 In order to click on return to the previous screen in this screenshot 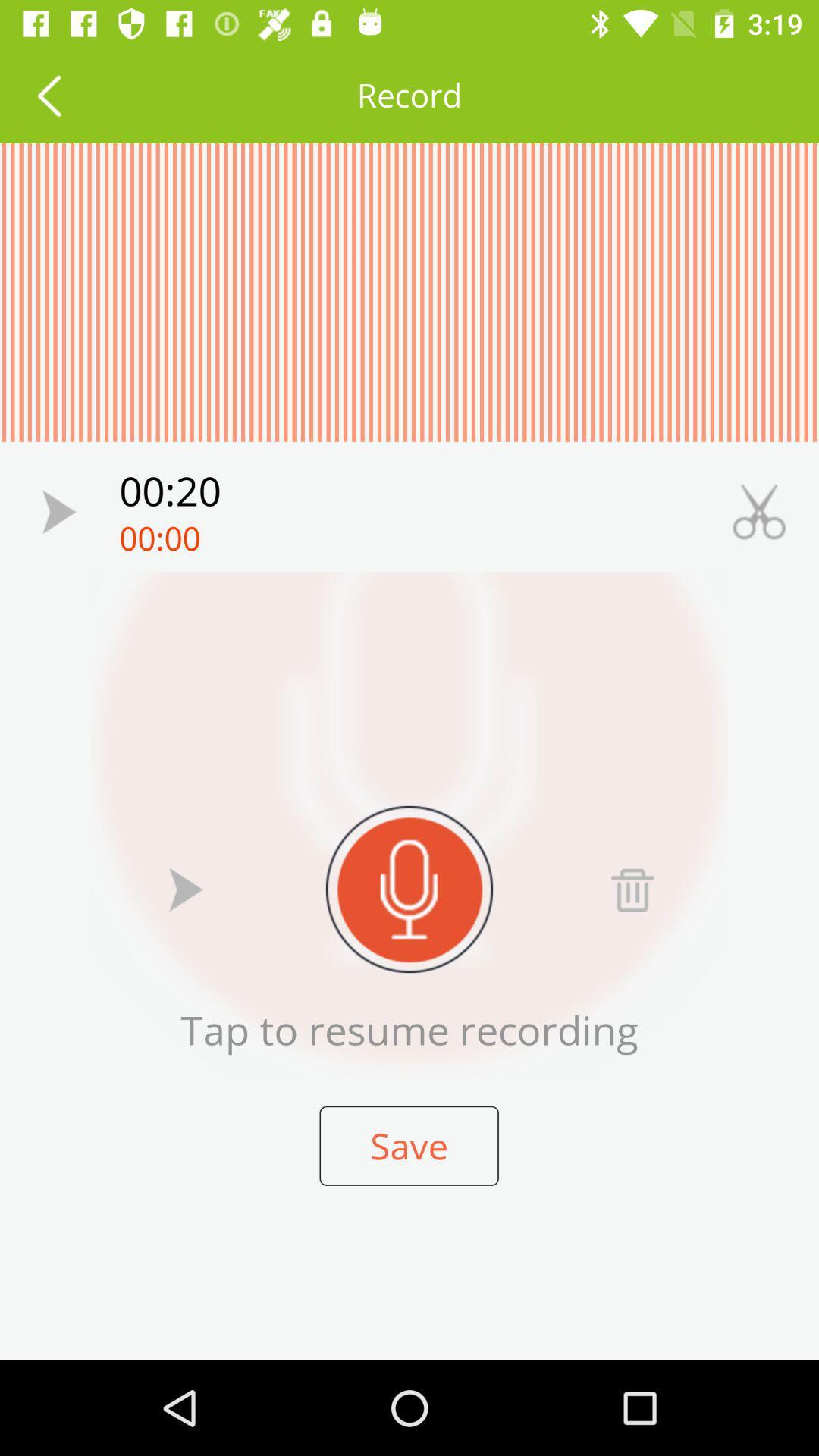, I will do `click(48, 94)`.